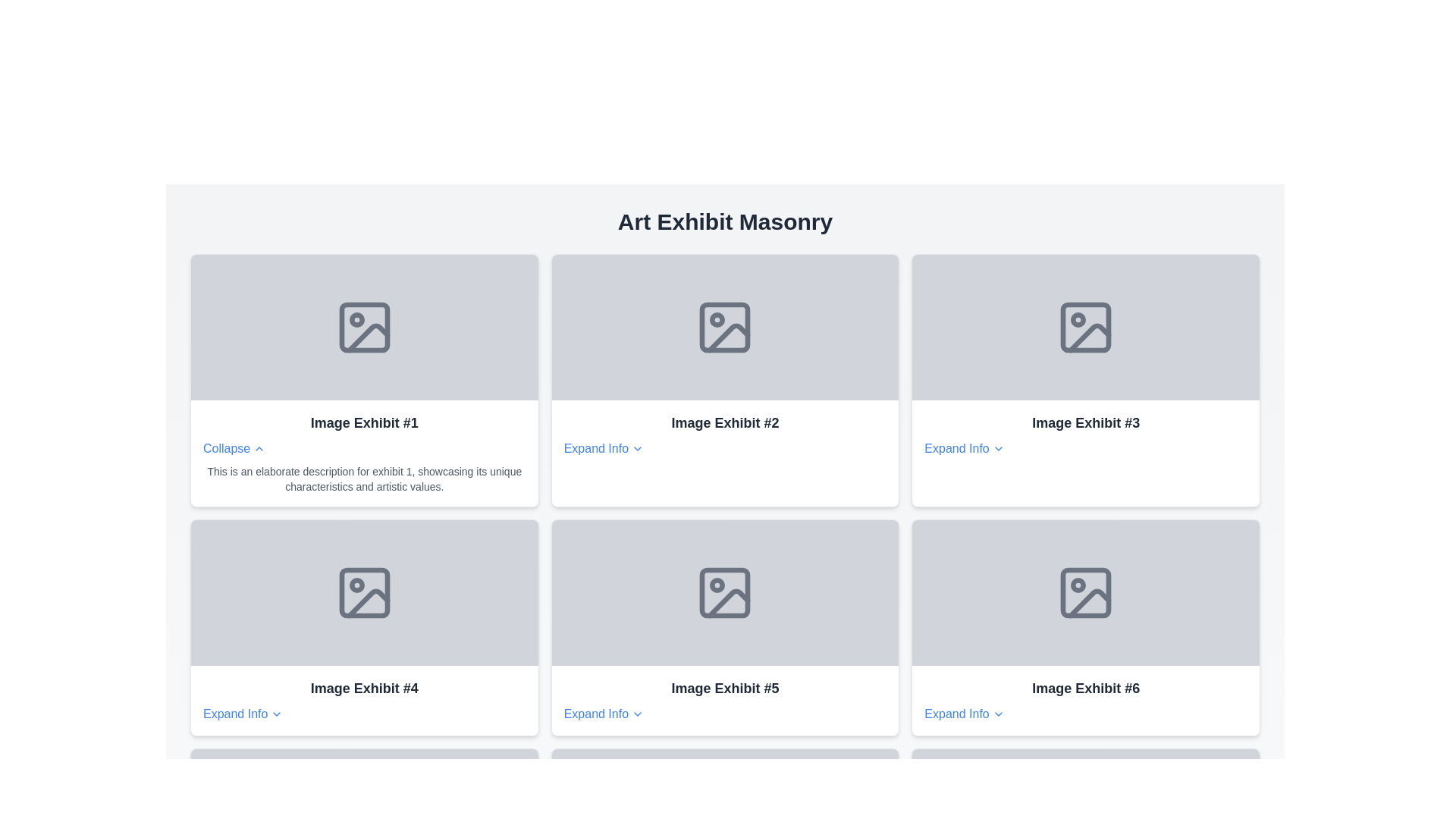 This screenshot has width=1456, height=819. Describe the element at coordinates (1085, 628) in the screenshot. I see `the sixth card in the grid layout` at that location.